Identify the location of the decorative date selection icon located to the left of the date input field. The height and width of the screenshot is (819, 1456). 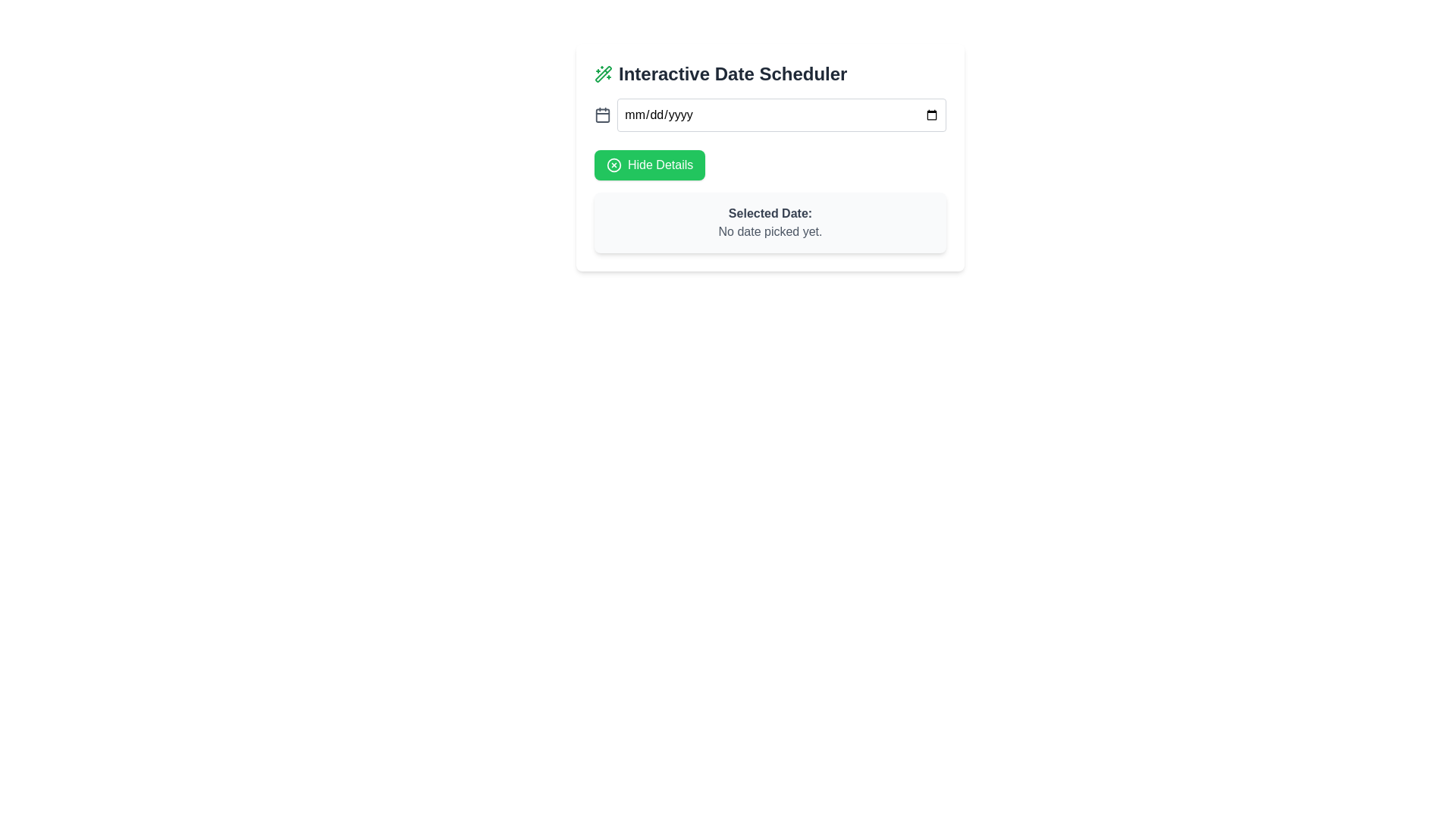
(602, 114).